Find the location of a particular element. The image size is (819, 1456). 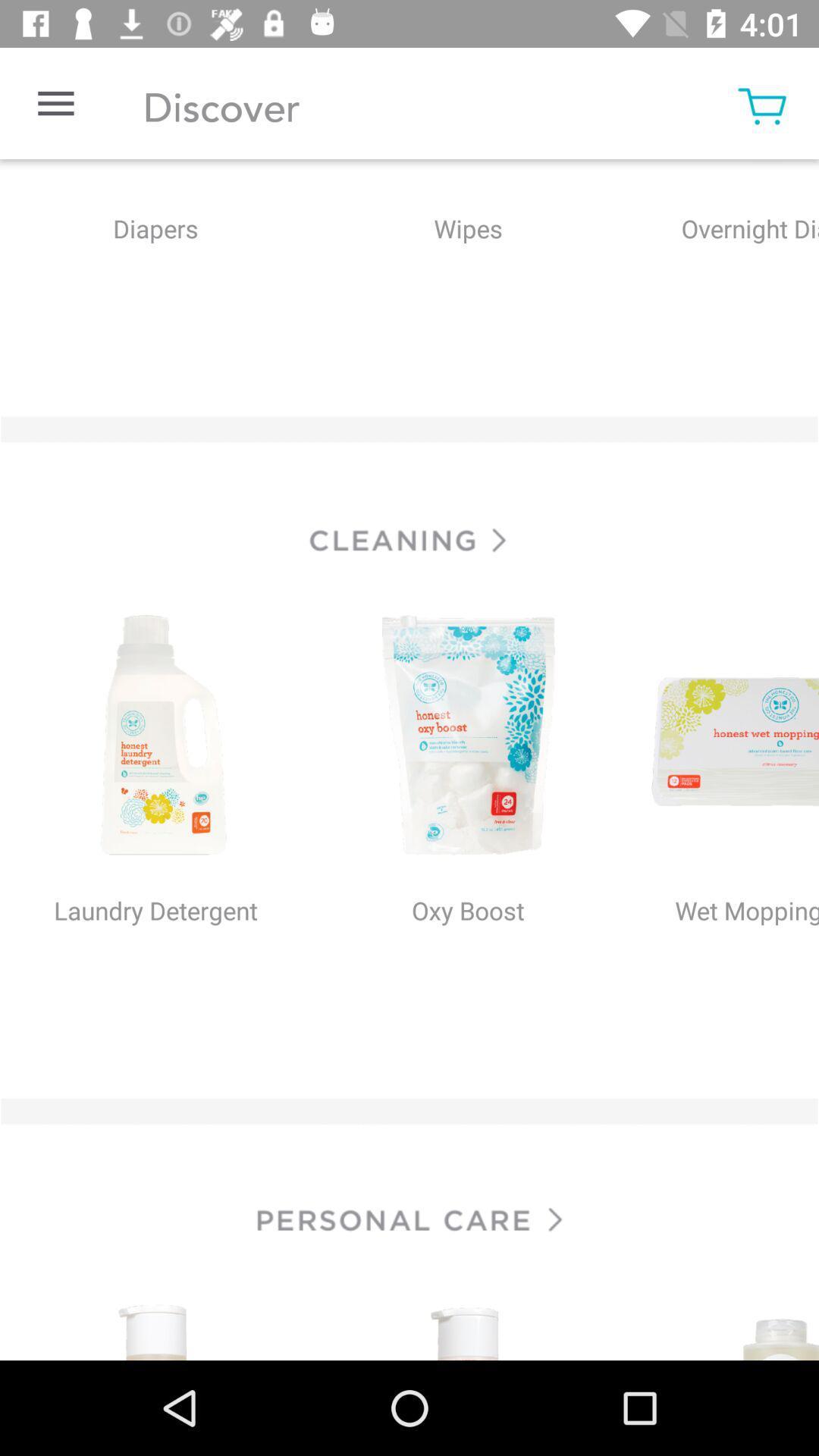

the diapers is located at coordinates (155, 261).